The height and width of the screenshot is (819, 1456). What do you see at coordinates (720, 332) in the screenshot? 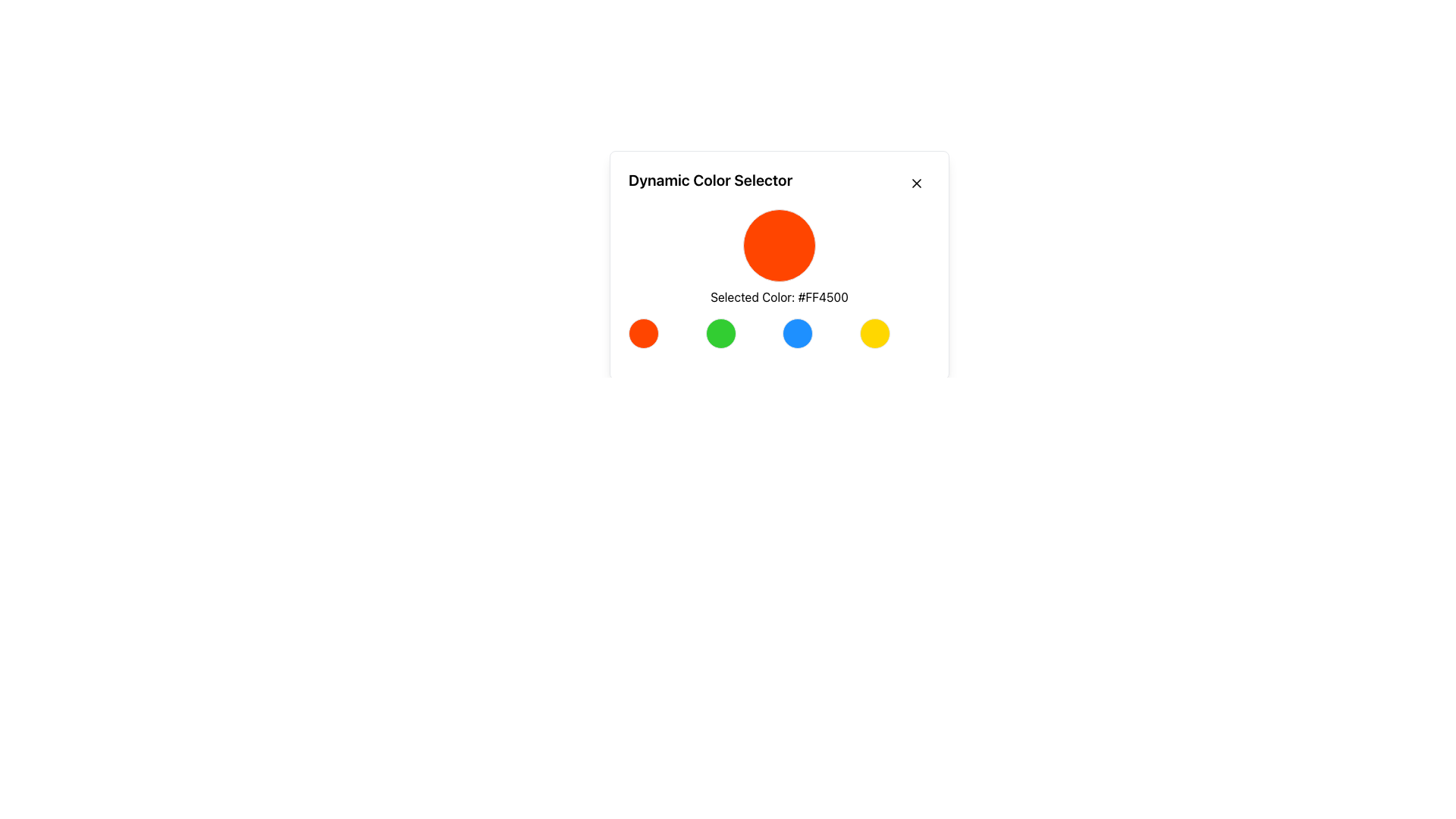
I see `the second circular button in a row of four that represents the green color` at bounding box center [720, 332].